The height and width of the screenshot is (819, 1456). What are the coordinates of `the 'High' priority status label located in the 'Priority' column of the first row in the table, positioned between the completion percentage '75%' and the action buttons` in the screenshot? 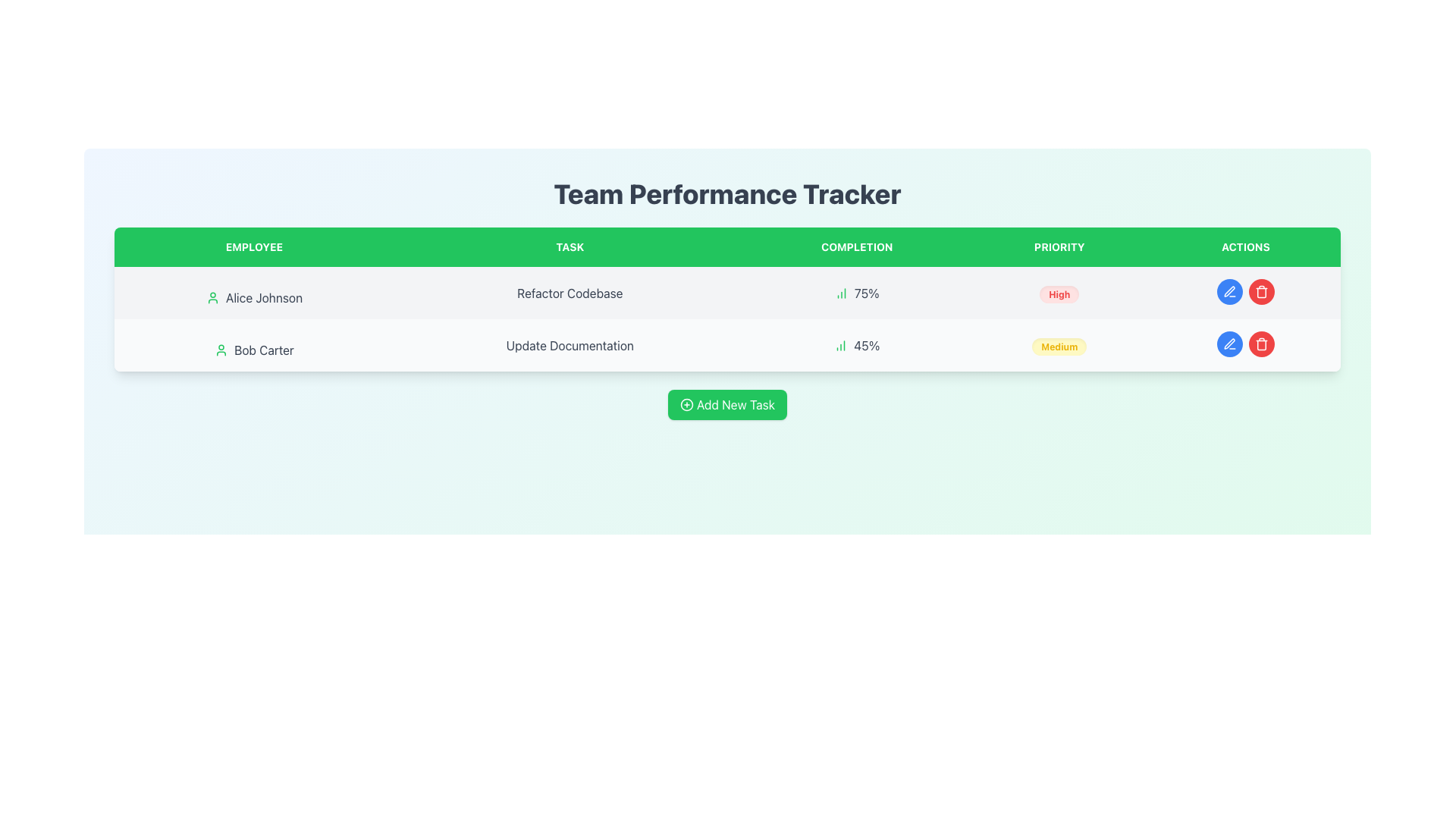 It's located at (1059, 294).